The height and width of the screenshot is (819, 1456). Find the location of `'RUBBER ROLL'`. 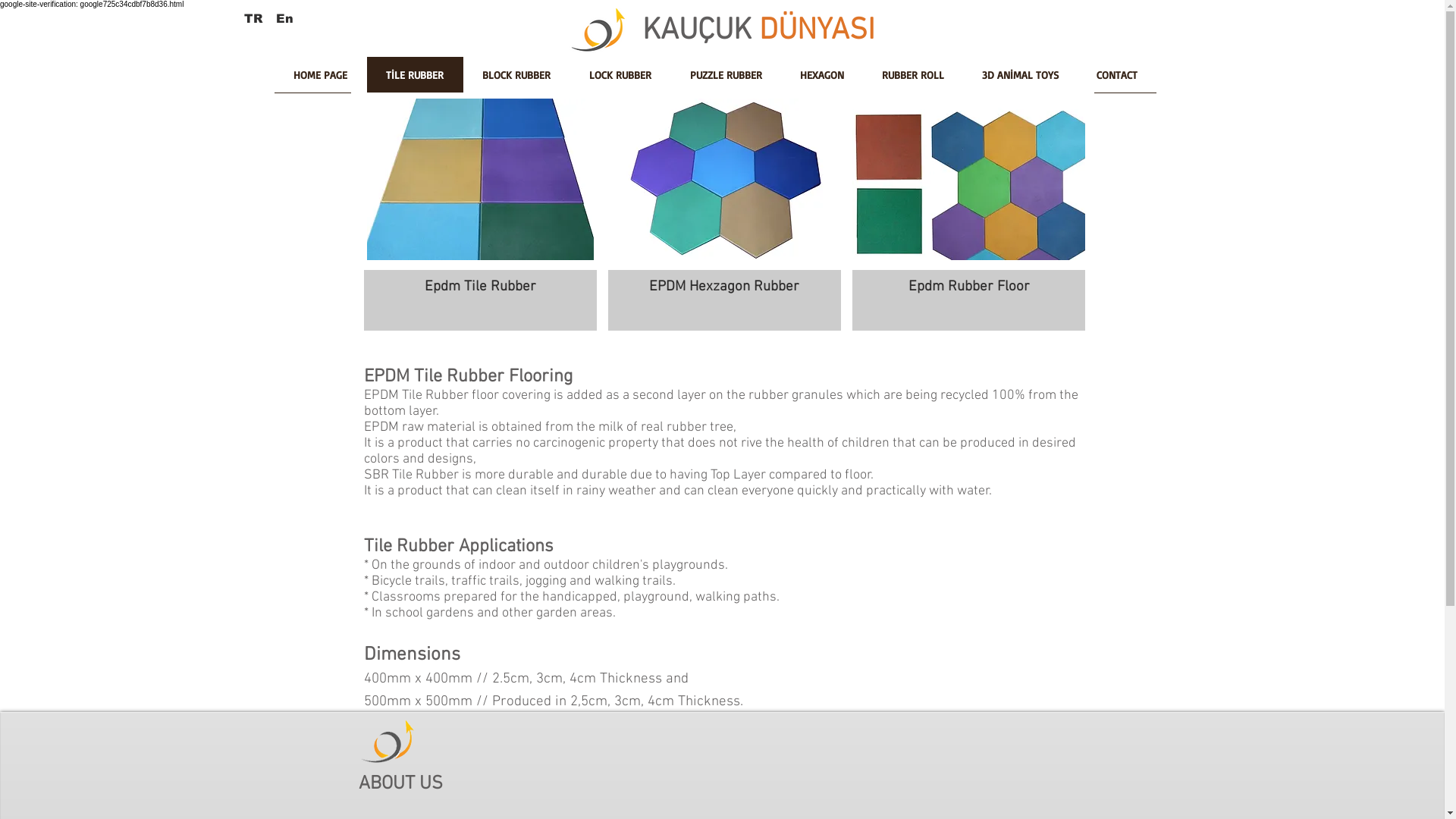

'RUBBER ROLL' is located at coordinates (912, 79).